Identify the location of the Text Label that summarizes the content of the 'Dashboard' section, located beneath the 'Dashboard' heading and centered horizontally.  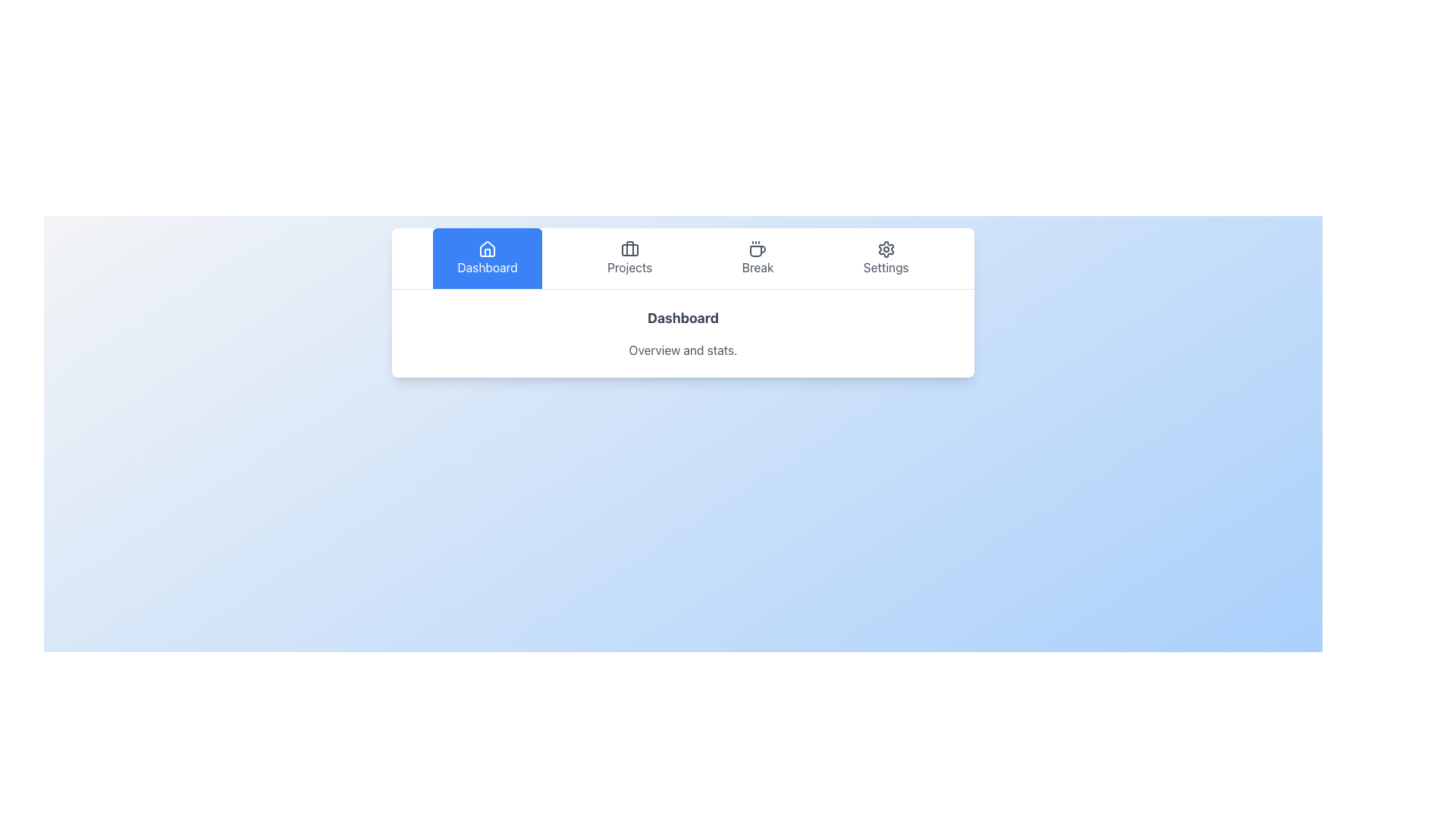
(682, 350).